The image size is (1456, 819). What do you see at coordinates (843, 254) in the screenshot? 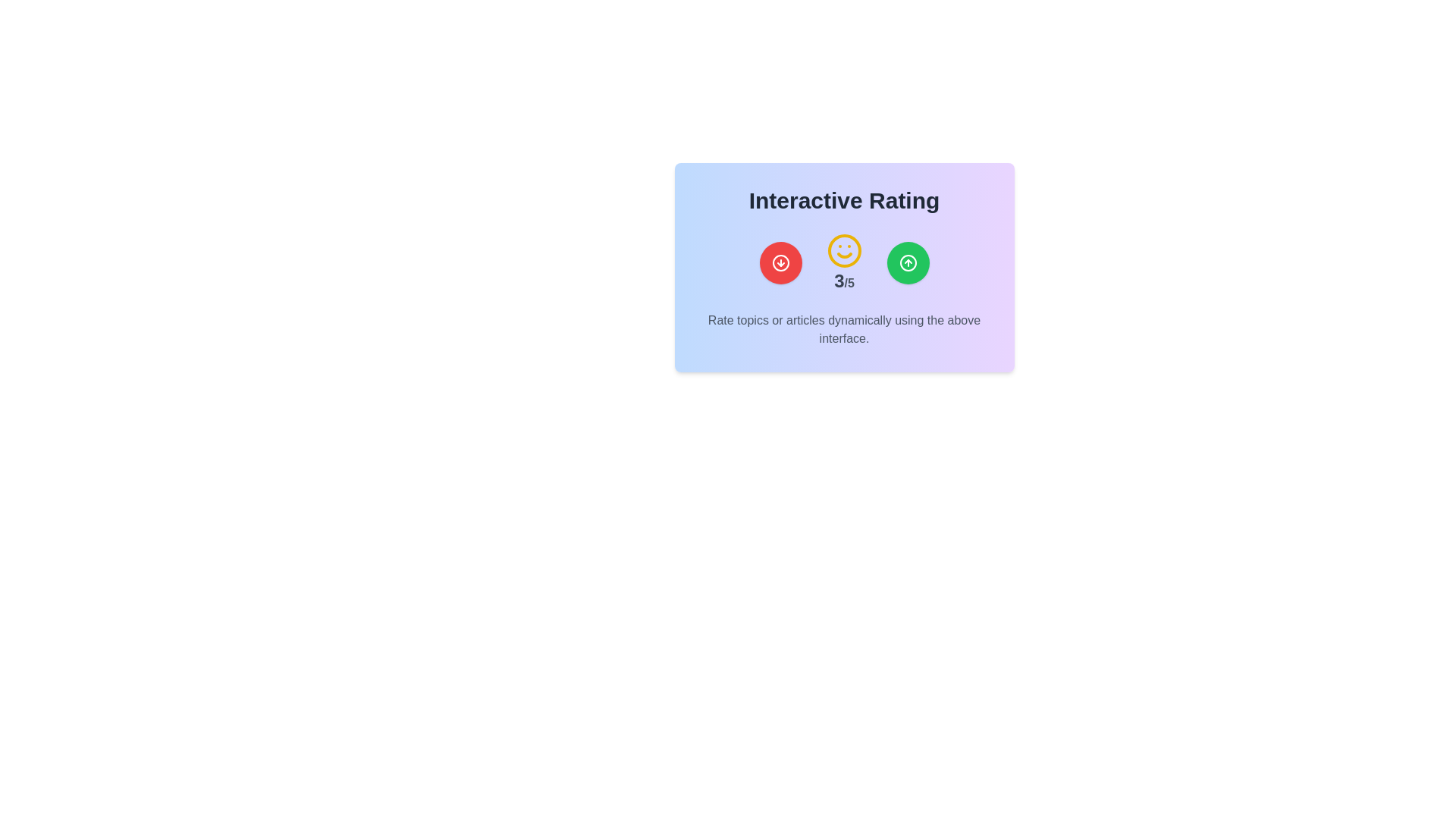
I see `the mouth curve of the smiley face graphic, which is located centrally in the card interface below the 'Interactive Rating' title` at bounding box center [843, 254].